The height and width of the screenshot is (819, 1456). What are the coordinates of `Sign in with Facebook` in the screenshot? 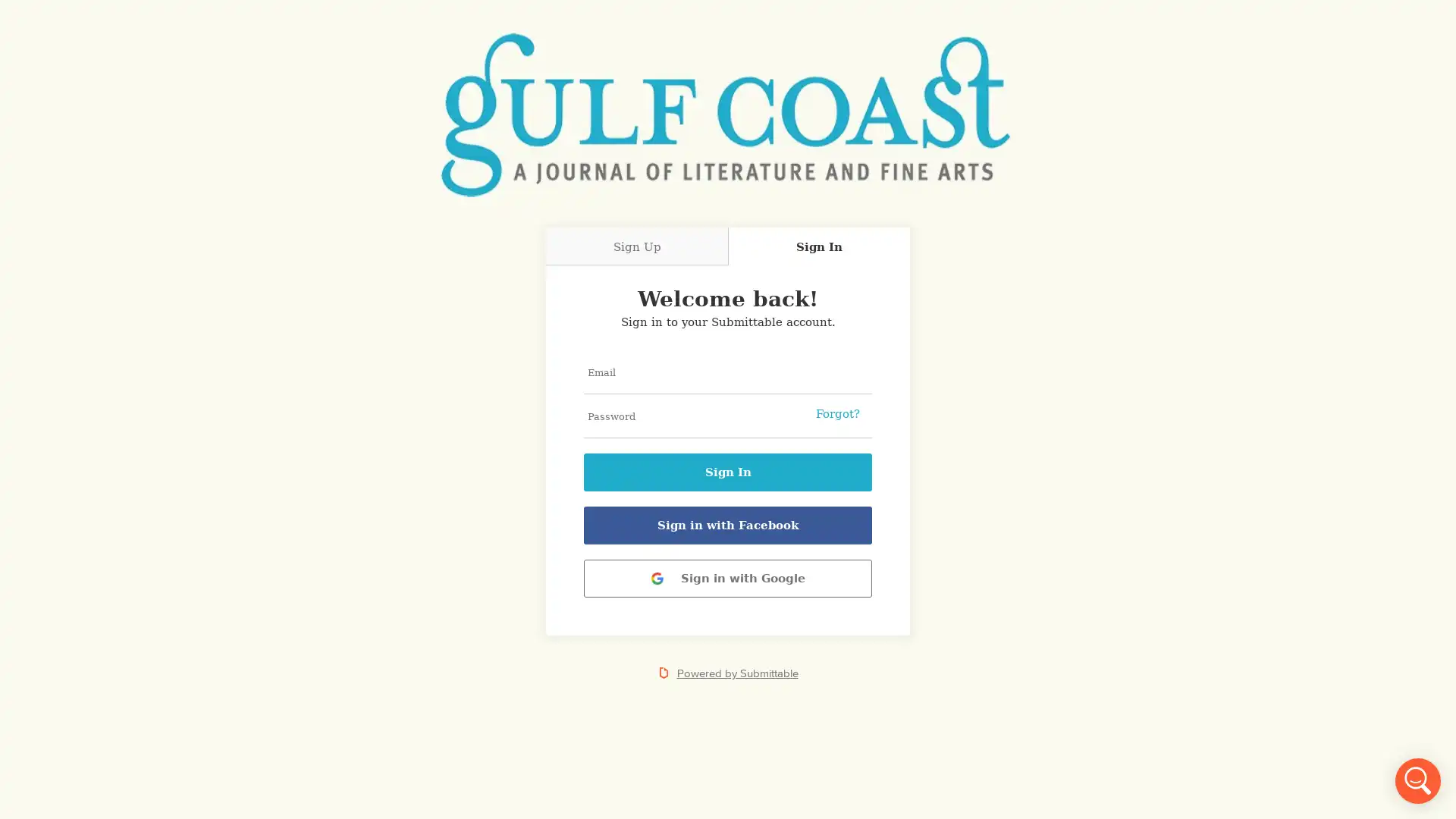 It's located at (728, 525).